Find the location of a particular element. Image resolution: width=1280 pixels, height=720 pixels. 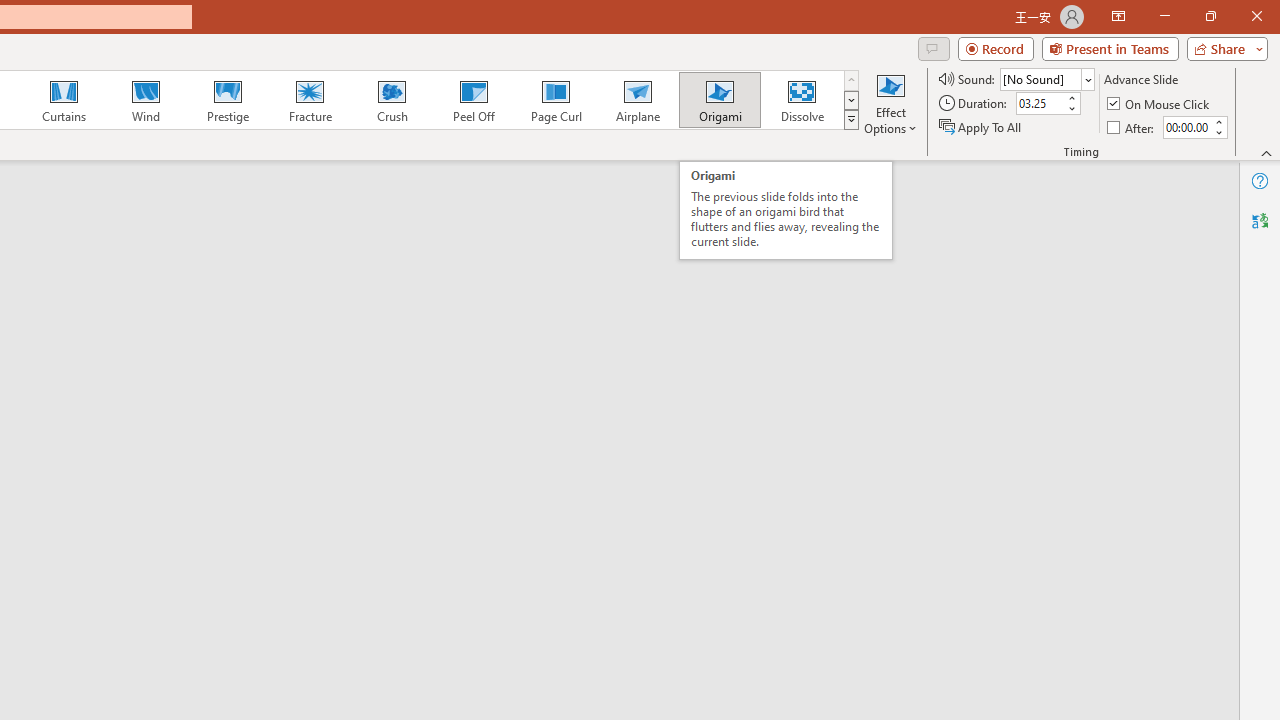

'Duration' is located at coordinates (1040, 103).